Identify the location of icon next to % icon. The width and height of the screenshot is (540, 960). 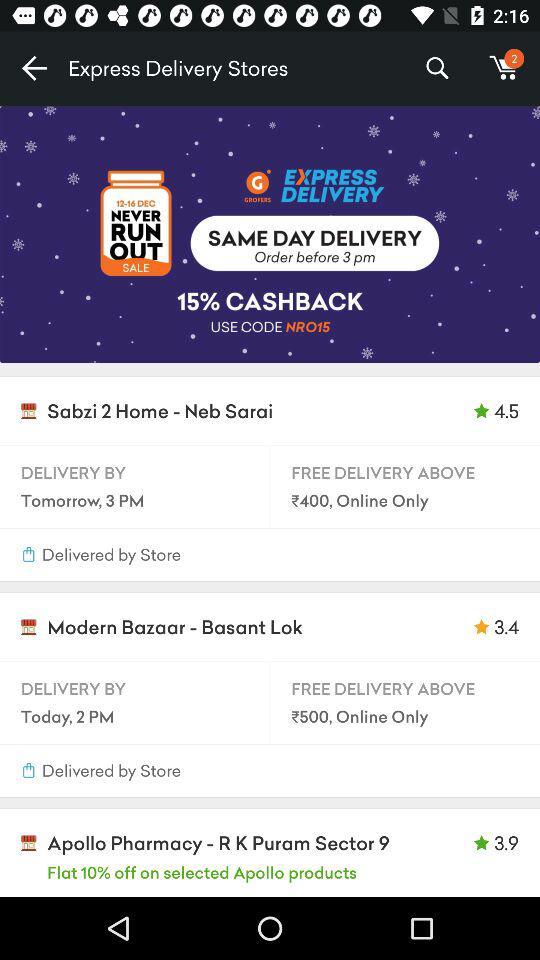
(503, 68).